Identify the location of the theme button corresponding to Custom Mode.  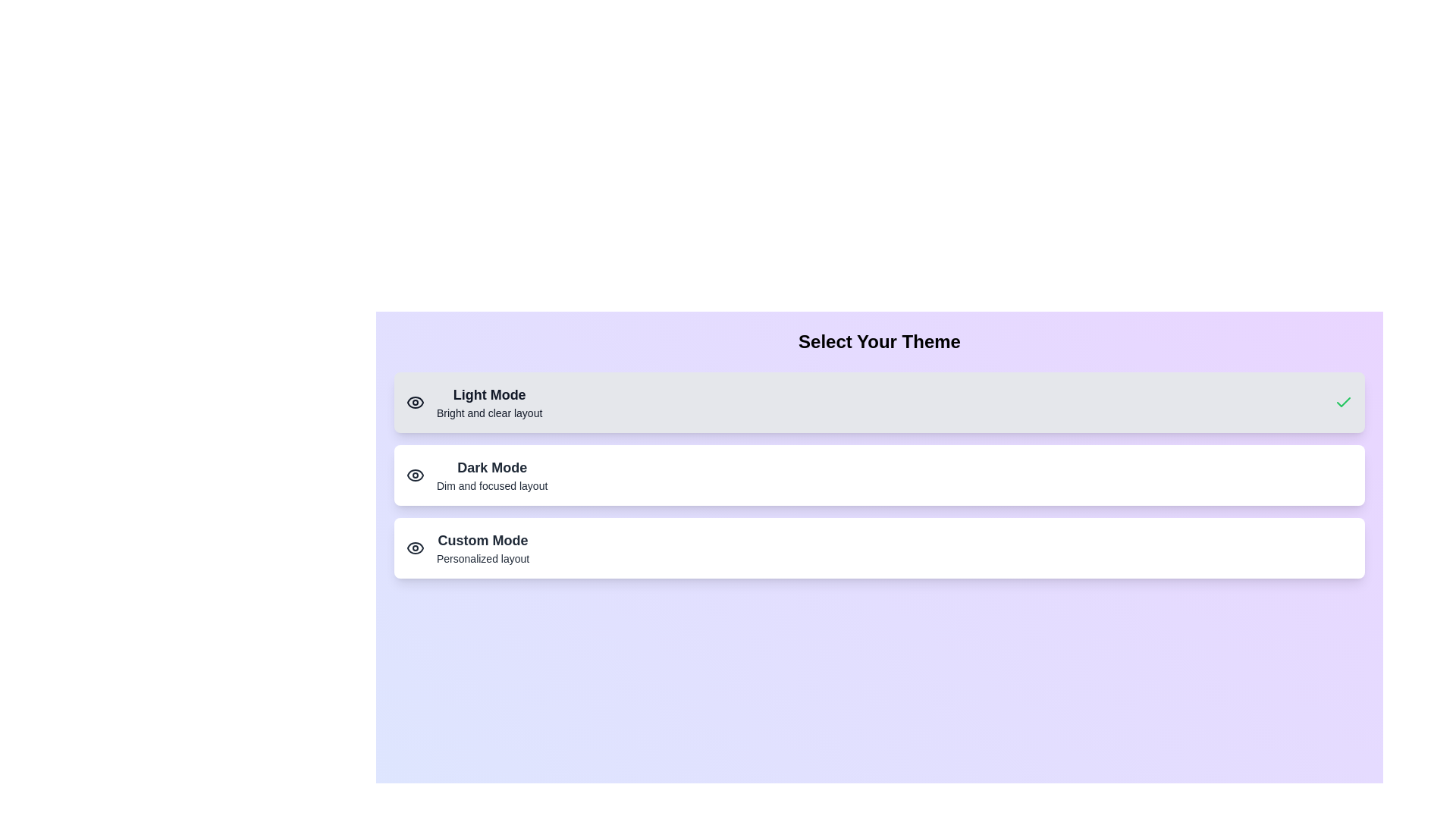
(880, 548).